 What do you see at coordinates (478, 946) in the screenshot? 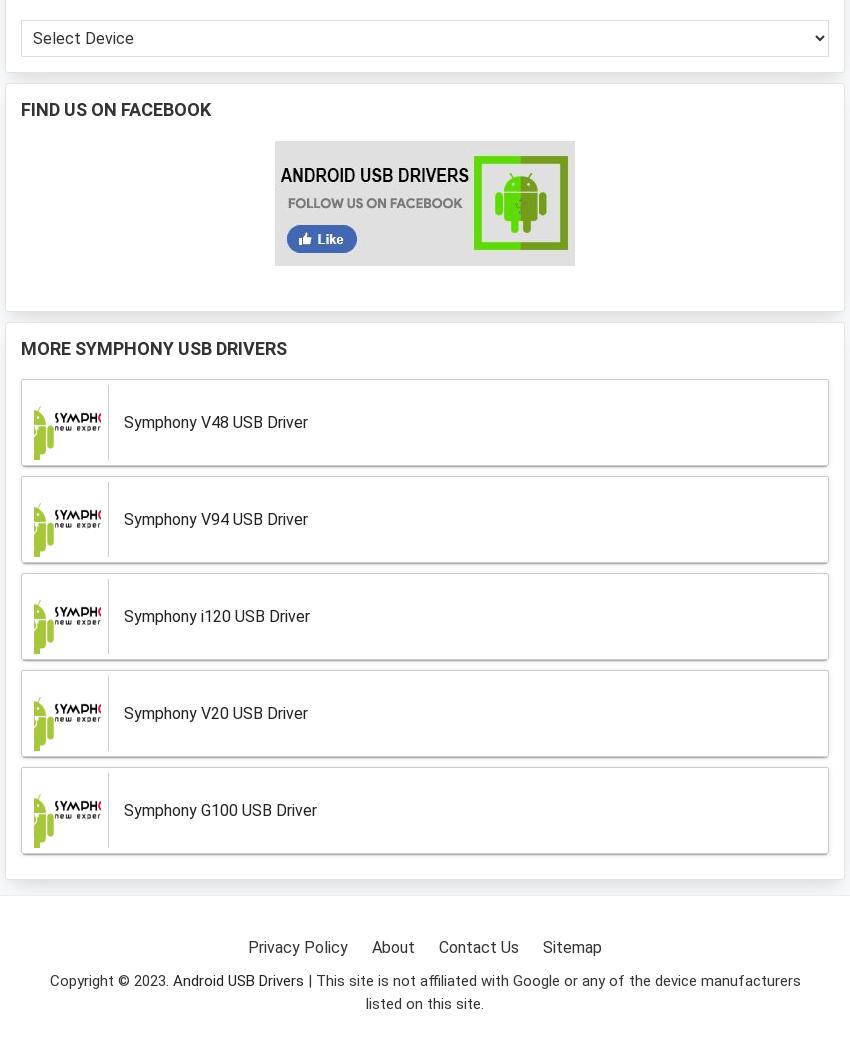
I see `'Contact Us'` at bounding box center [478, 946].